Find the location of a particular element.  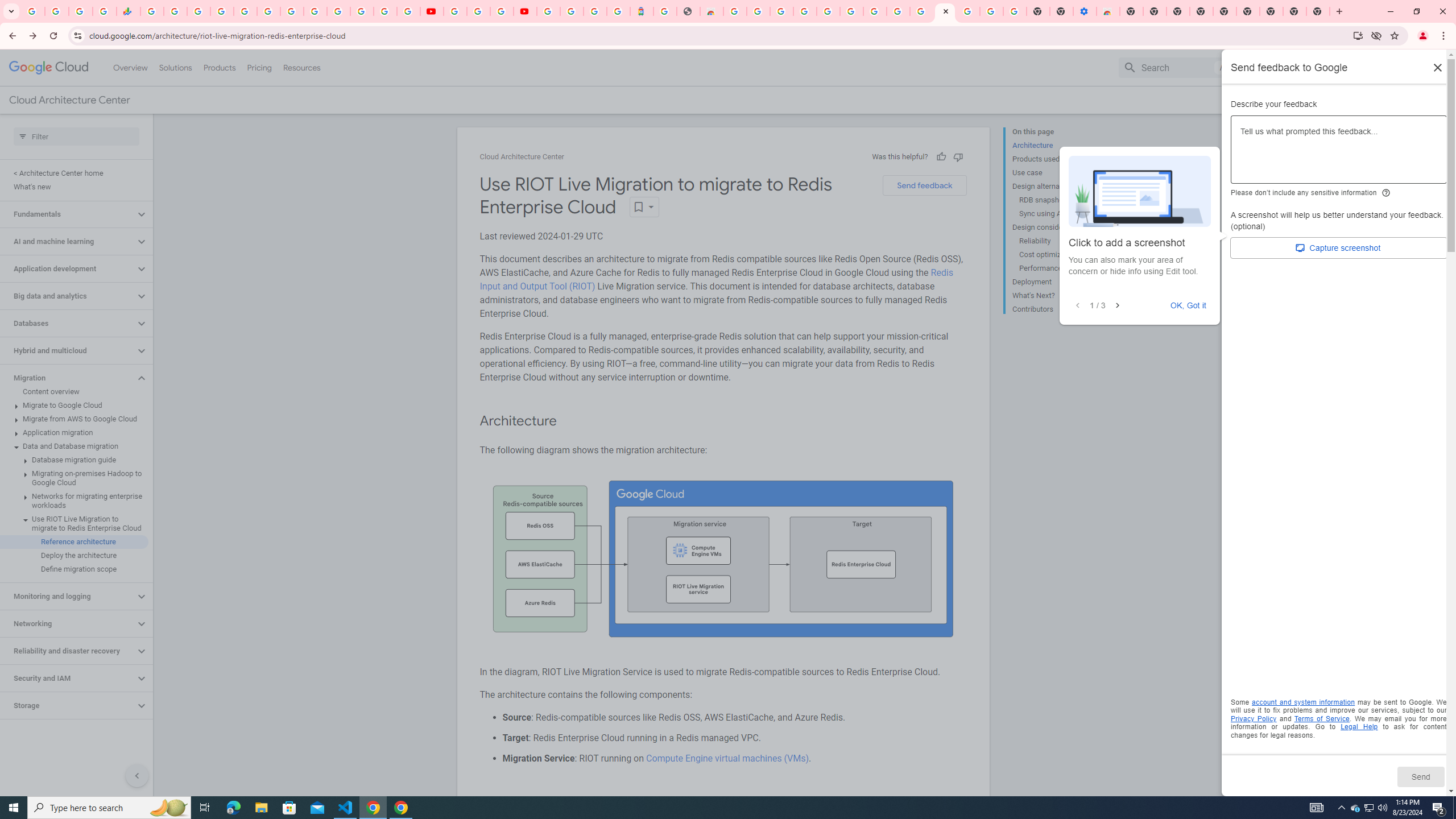

'OK, Got it' is located at coordinates (1189, 305).